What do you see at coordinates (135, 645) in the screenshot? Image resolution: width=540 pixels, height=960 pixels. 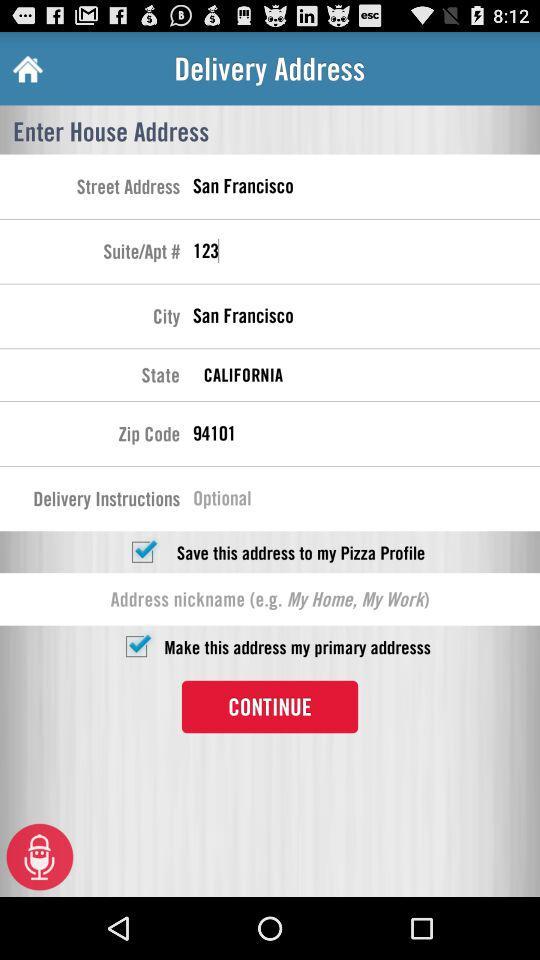 I see `switch primary address option` at bounding box center [135, 645].